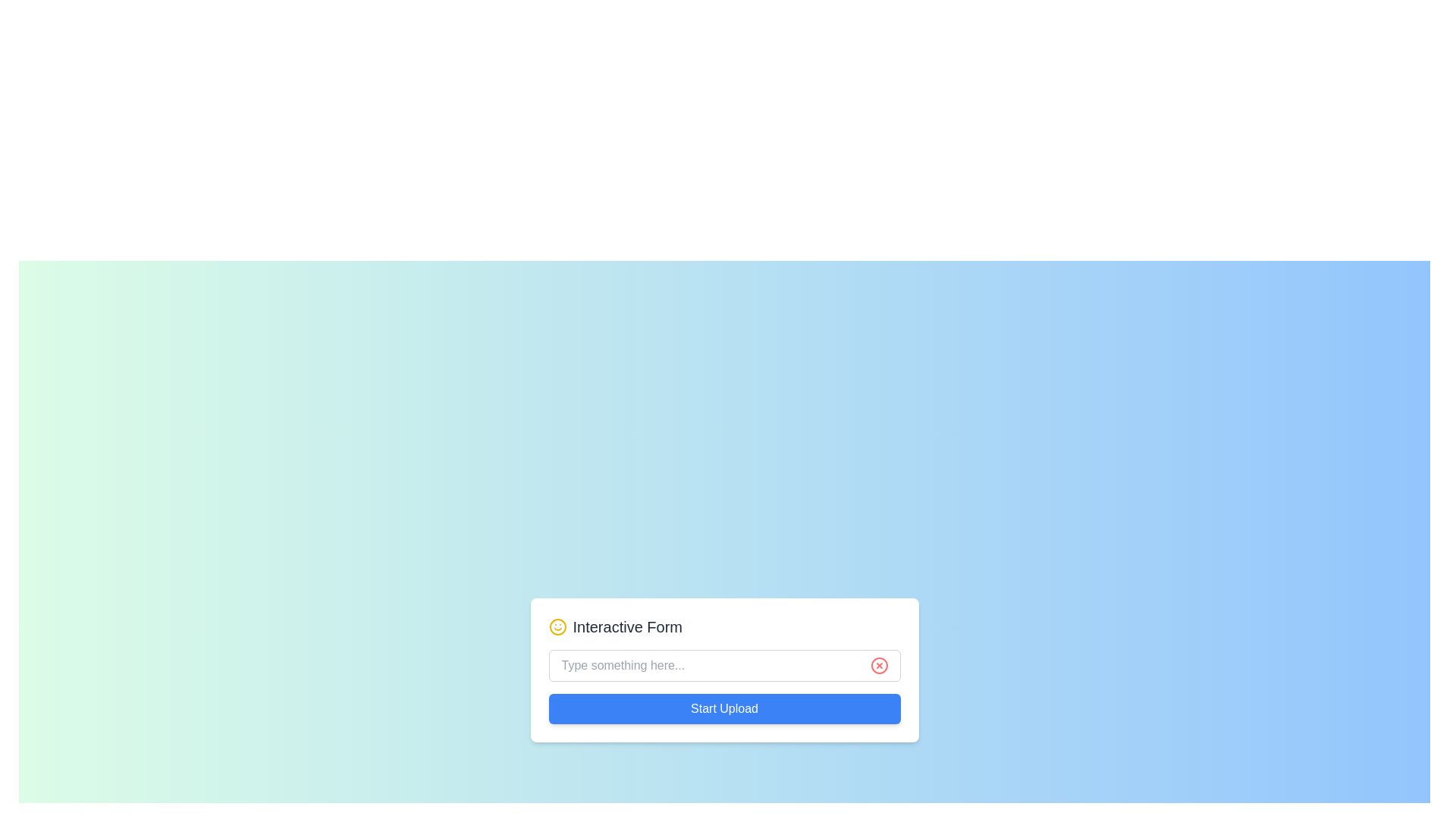  I want to click on the clear button located at the right end of the text input field to reset the input text, so click(879, 665).